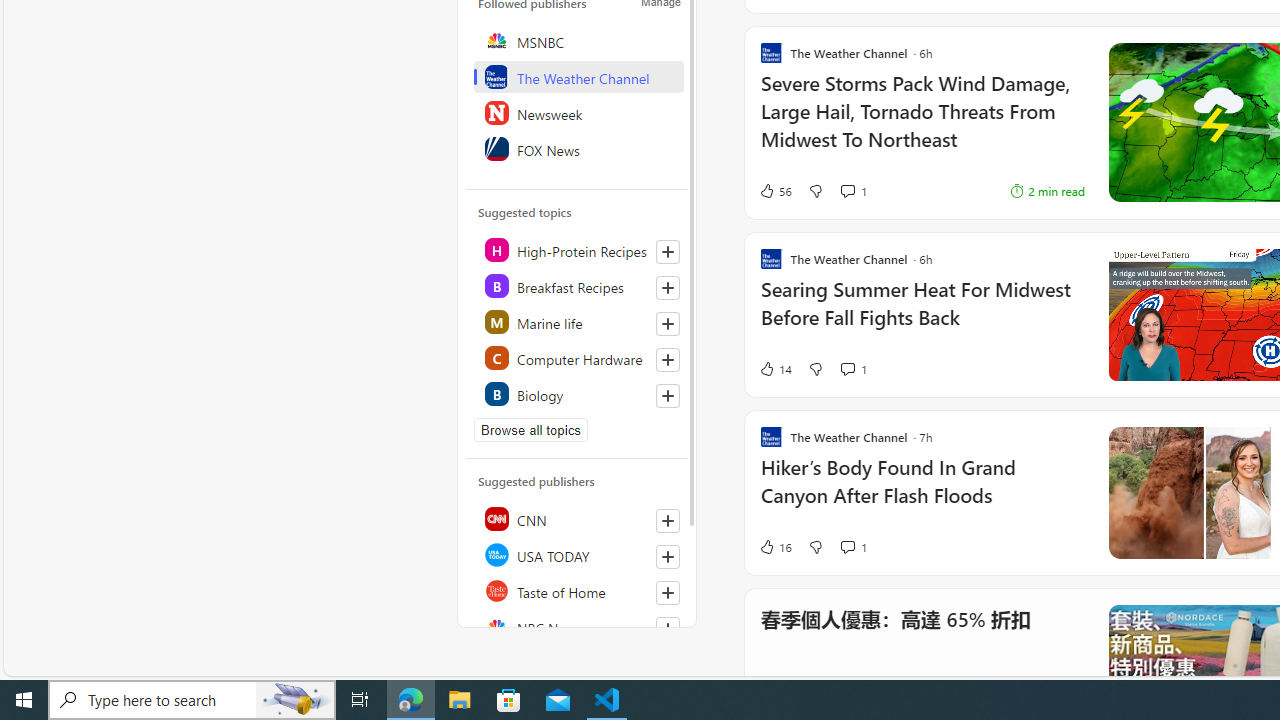  What do you see at coordinates (667, 396) in the screenshot?
I see `'Follow this topic'` at bounding box center [667, 396].